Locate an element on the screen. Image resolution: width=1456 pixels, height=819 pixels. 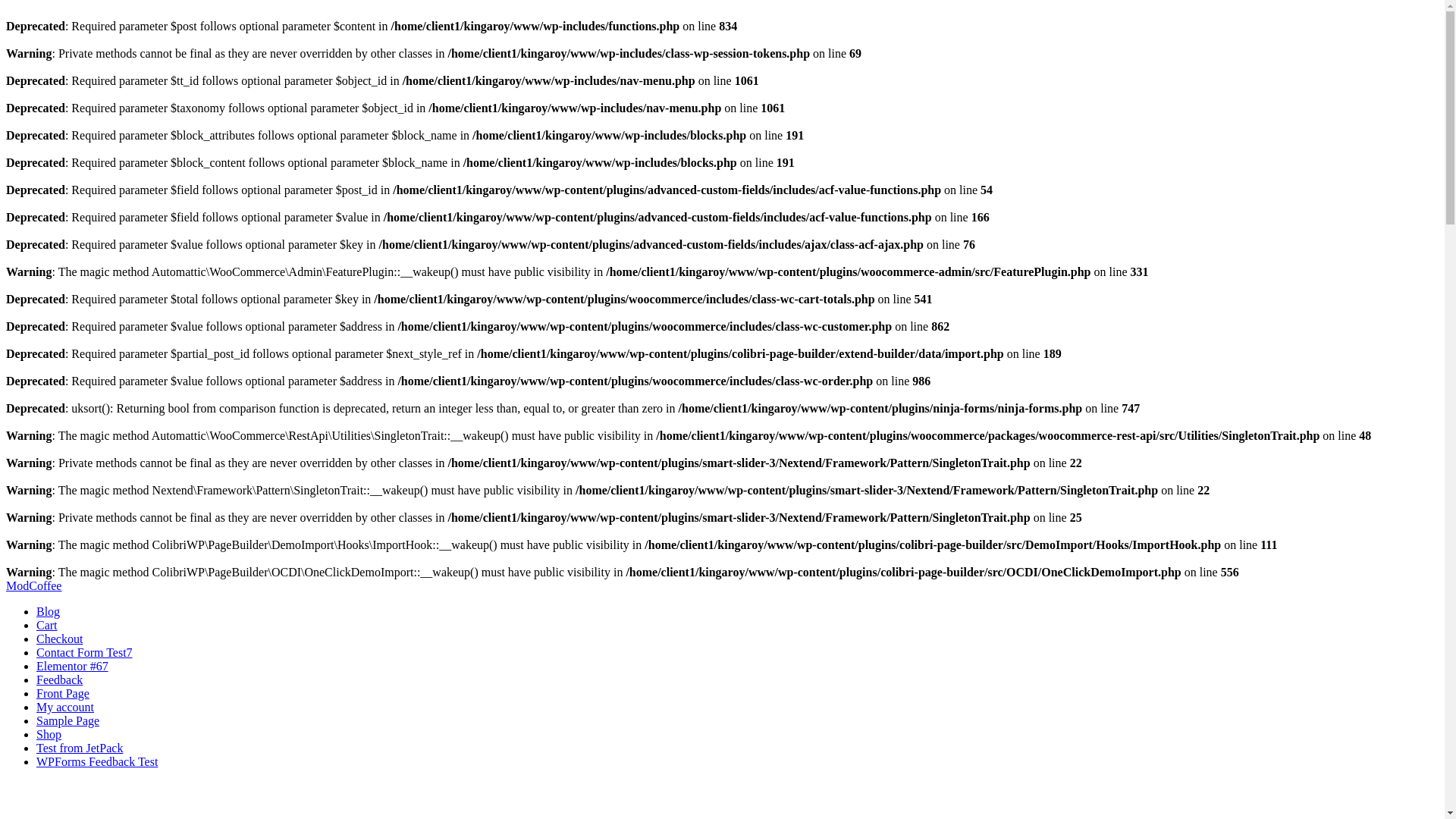
'Sample Page' is located at coordinates (67, 720).